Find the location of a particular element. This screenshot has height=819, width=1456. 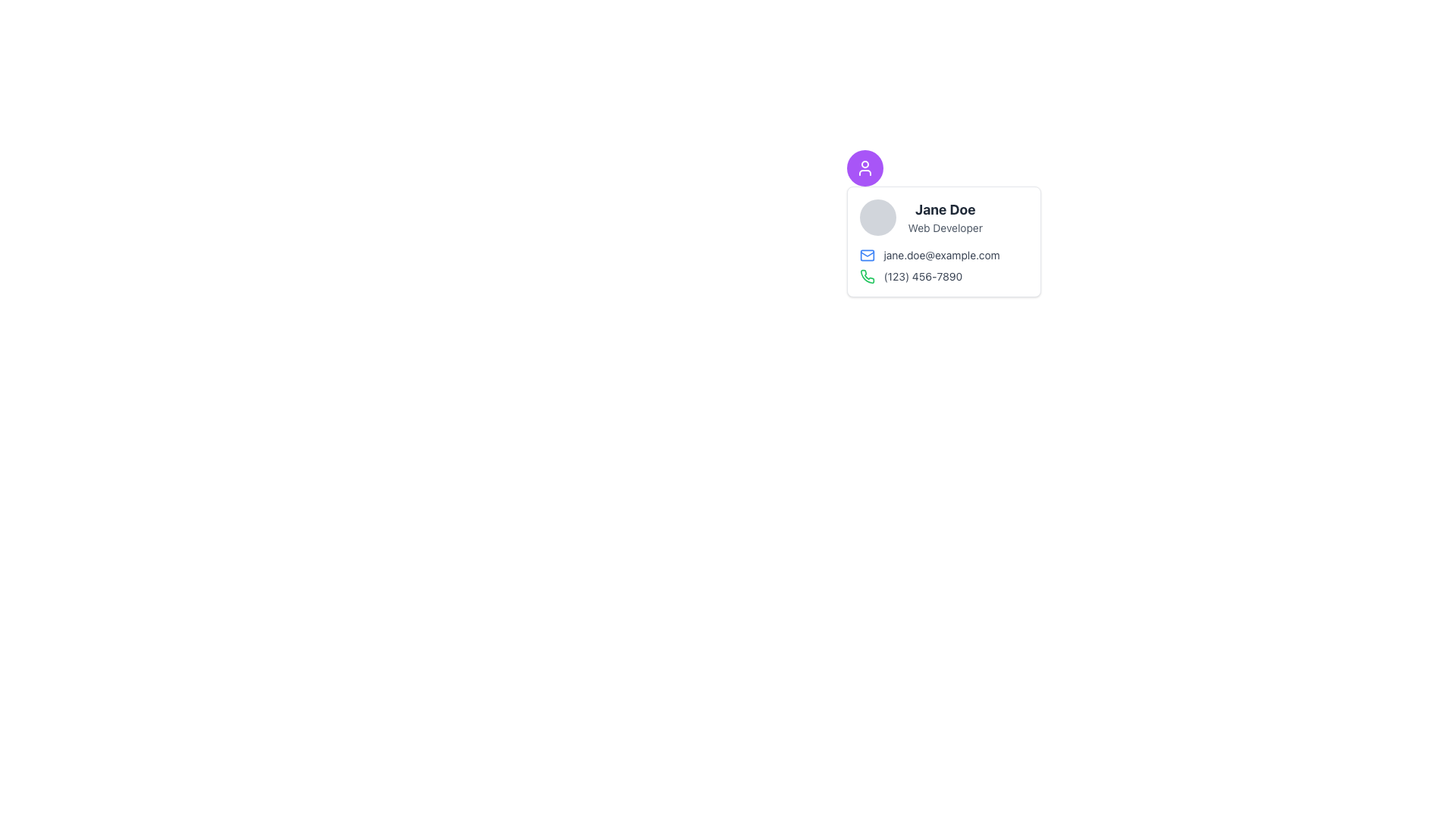

the user profile silhouette icon with a purple circular background located in the upper-left corner of the user information card is located at coordinates (864, 168).